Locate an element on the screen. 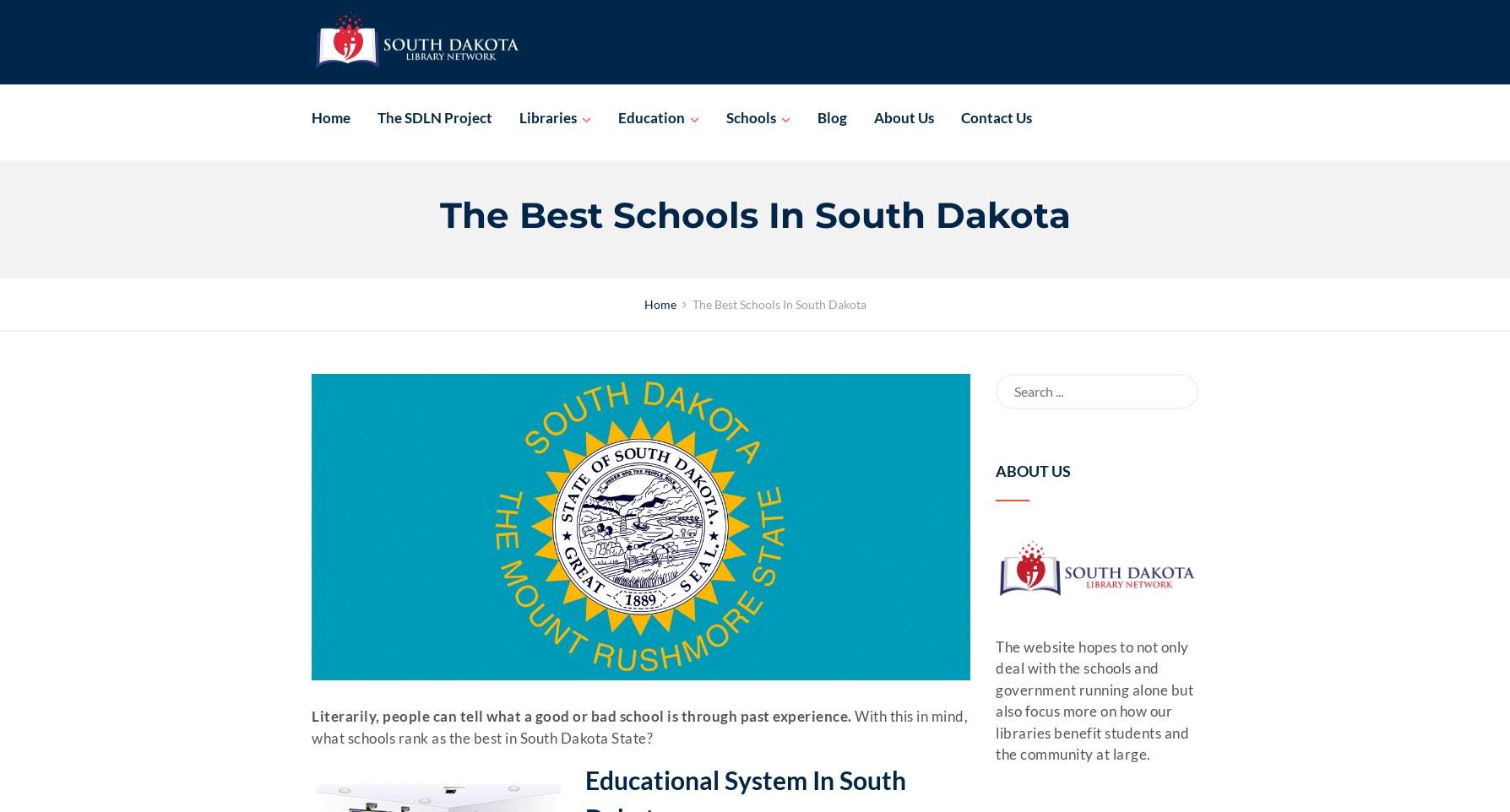  'With this in mind, what schools rank as the best in South Dakota State?' is located at coordinates (638, 726).